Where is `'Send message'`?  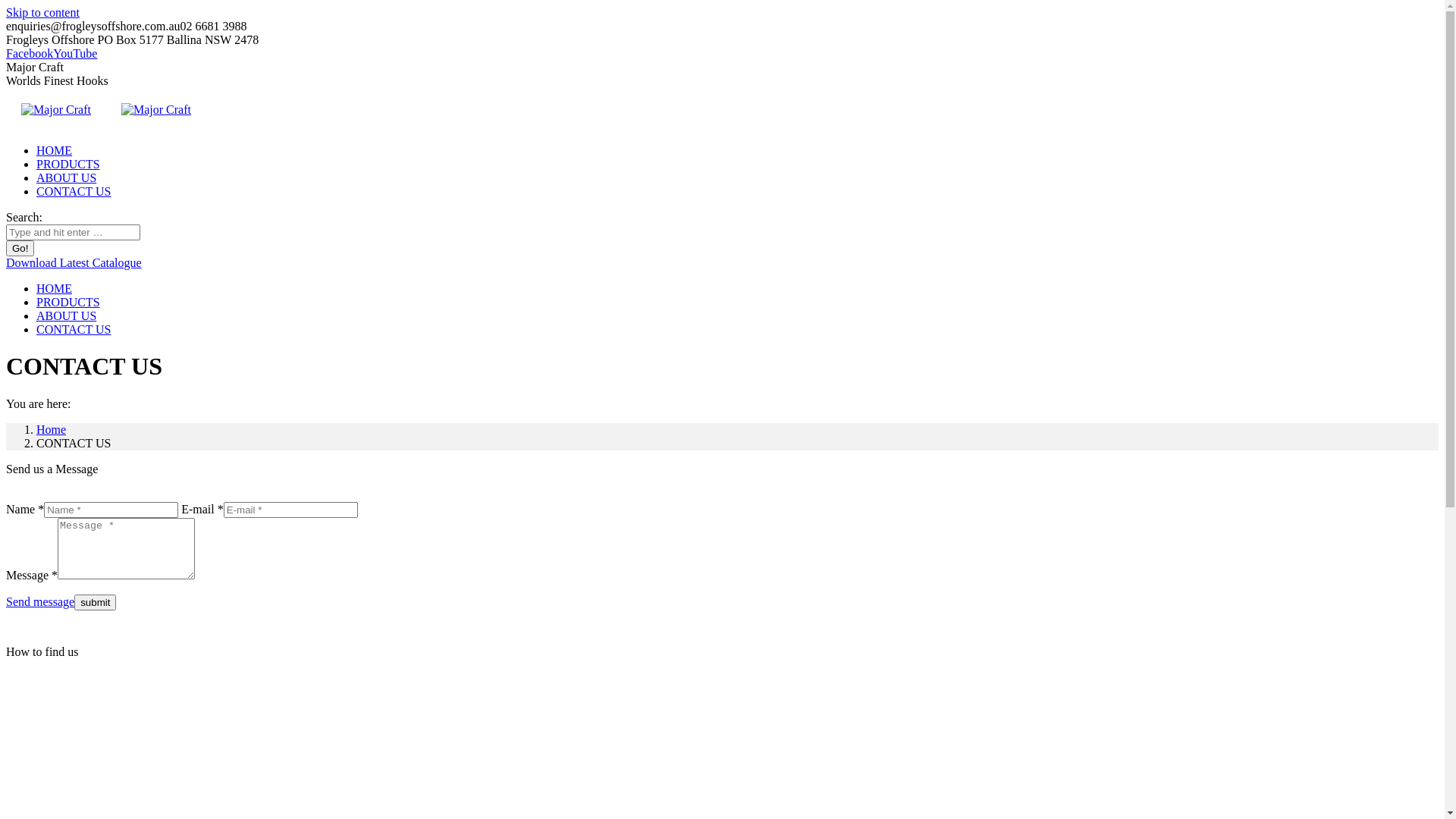 'Send message' is located at coordinates (39, 601).